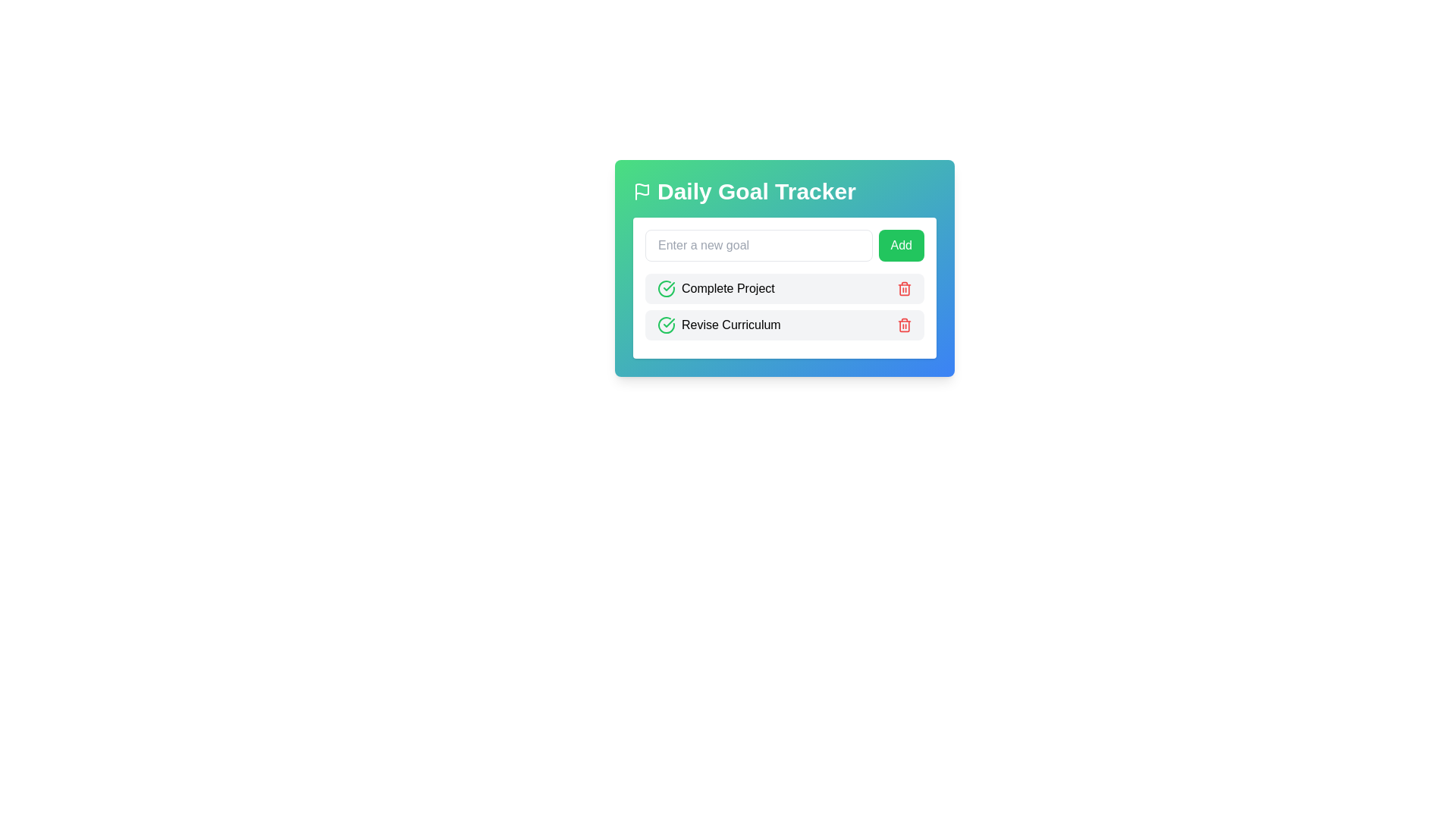 The image size is (1456, 819). I want to click on the completion icon for the 'Revise Curriculum' task in the 'Daily Goal Tracker', so click(666, 324).